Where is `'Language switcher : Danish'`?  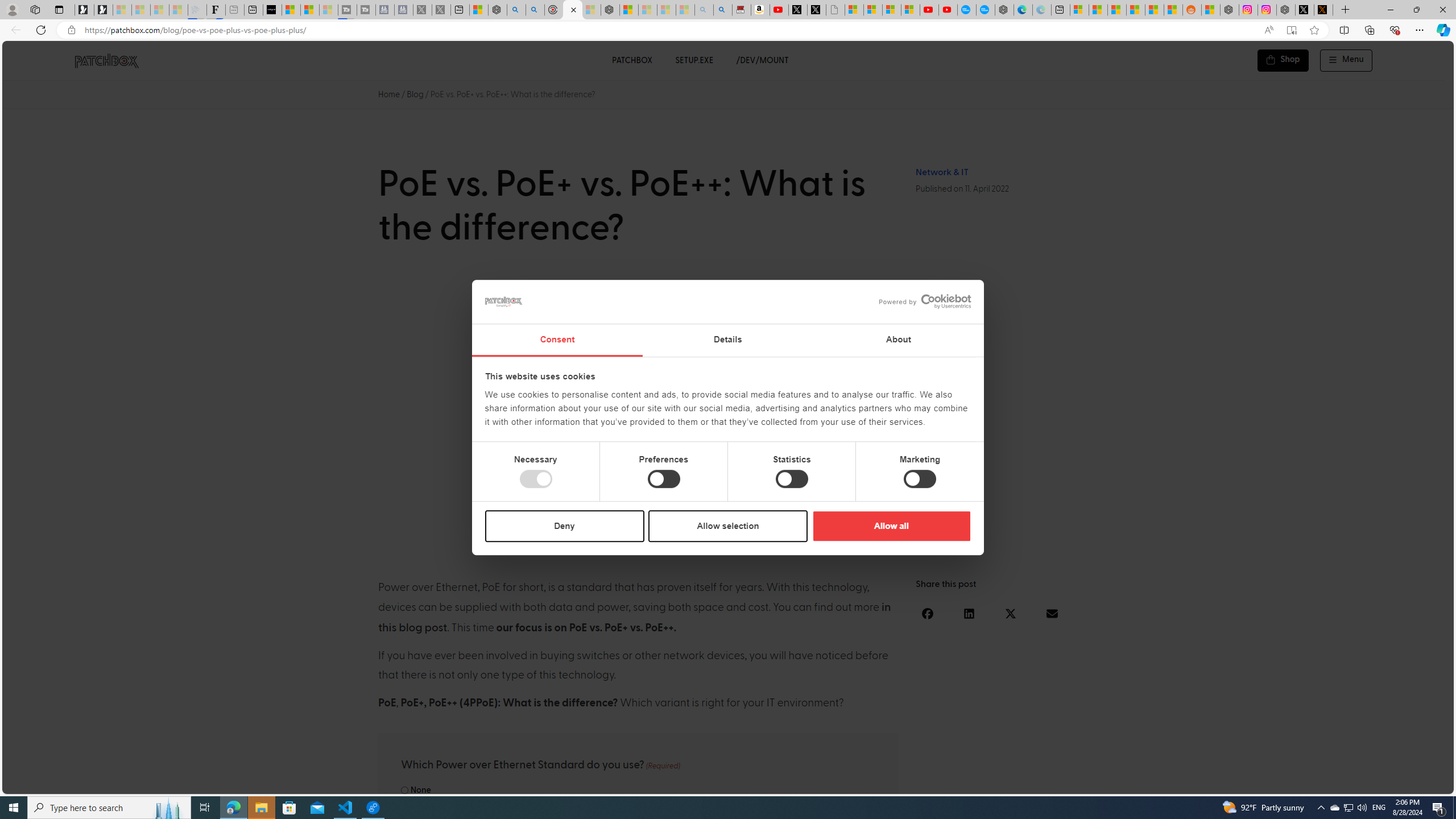
'Language switcher : Danish' is located at coordinates (1312, 783).